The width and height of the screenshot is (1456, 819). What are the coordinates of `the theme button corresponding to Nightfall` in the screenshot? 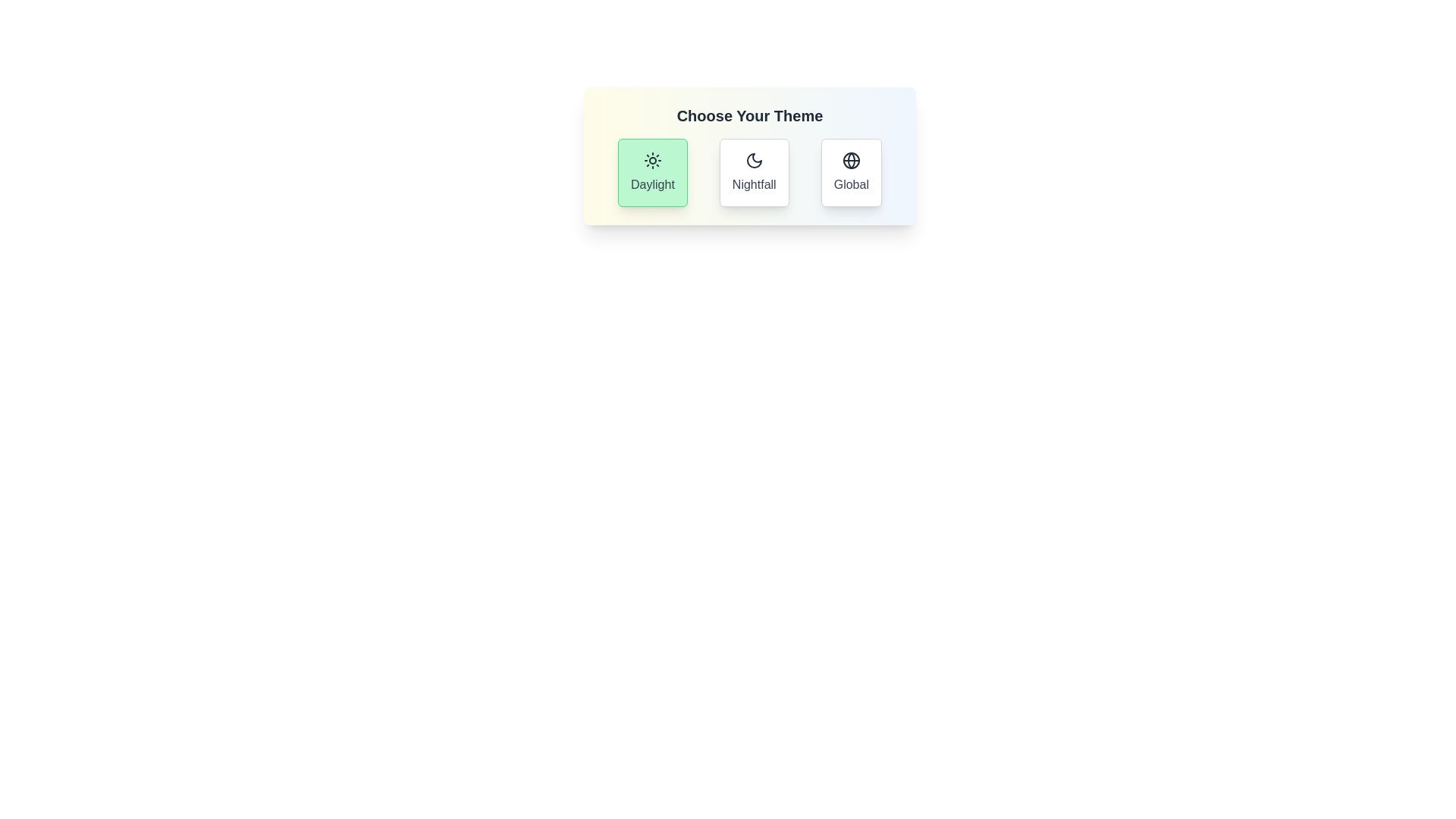 It's located at (754, 171).